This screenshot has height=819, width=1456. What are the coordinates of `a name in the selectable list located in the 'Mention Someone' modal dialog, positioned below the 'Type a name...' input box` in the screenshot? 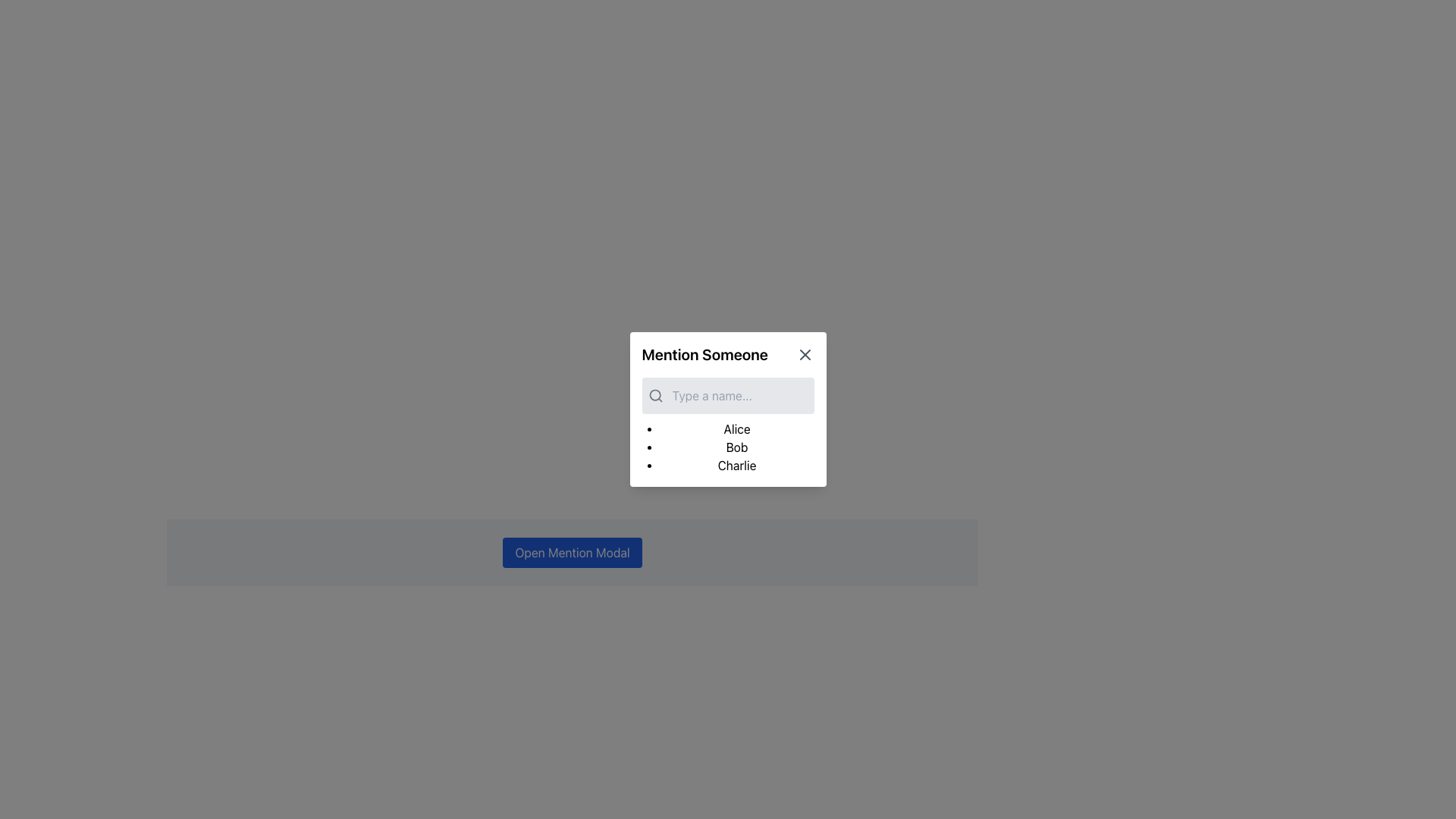 It's located at (736, 447).